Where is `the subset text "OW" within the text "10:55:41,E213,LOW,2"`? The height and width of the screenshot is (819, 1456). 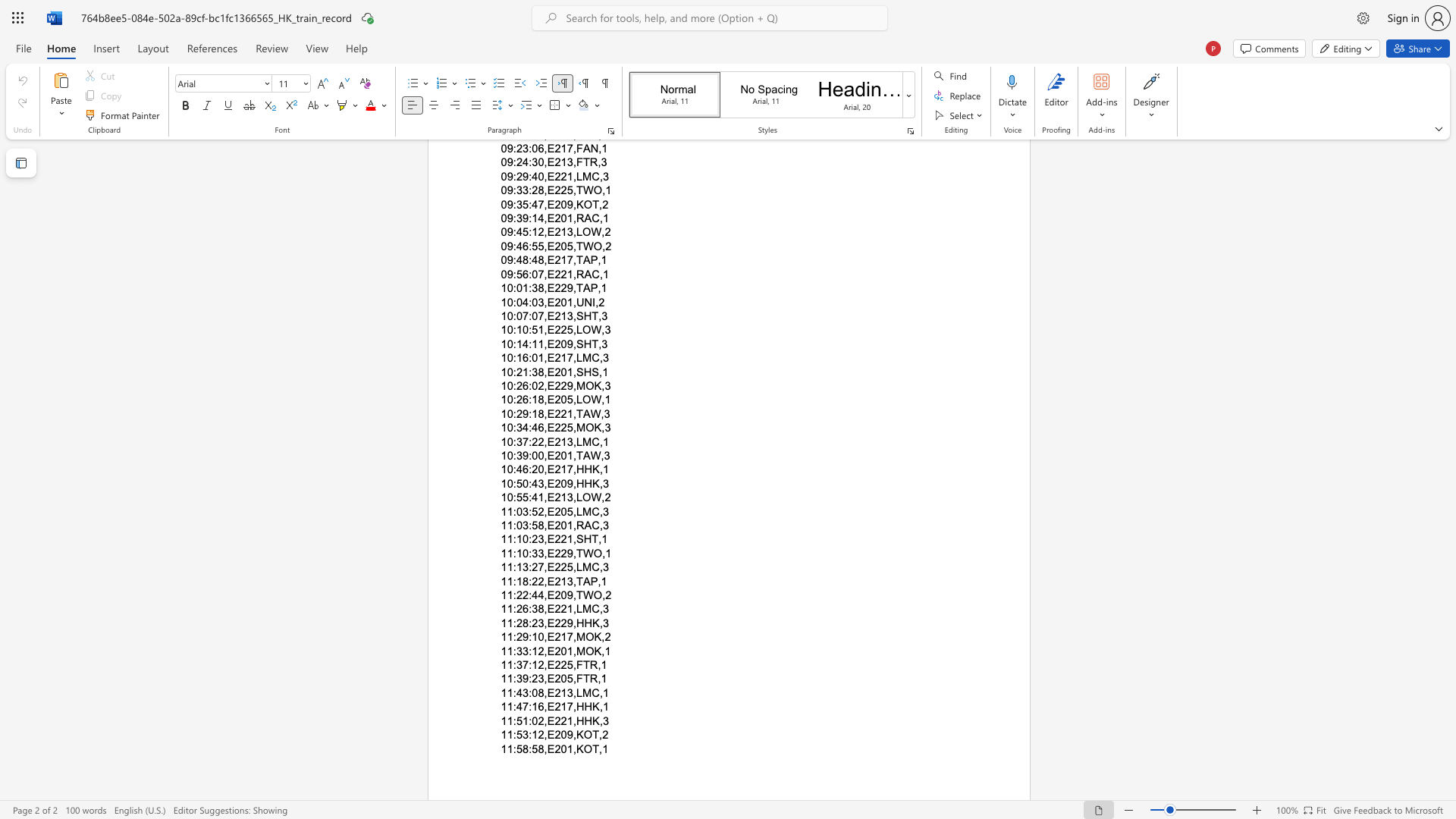
the subset text "OW" within the text "10:55:41,E213,LOW,2" is located at coordinates (582, 497).